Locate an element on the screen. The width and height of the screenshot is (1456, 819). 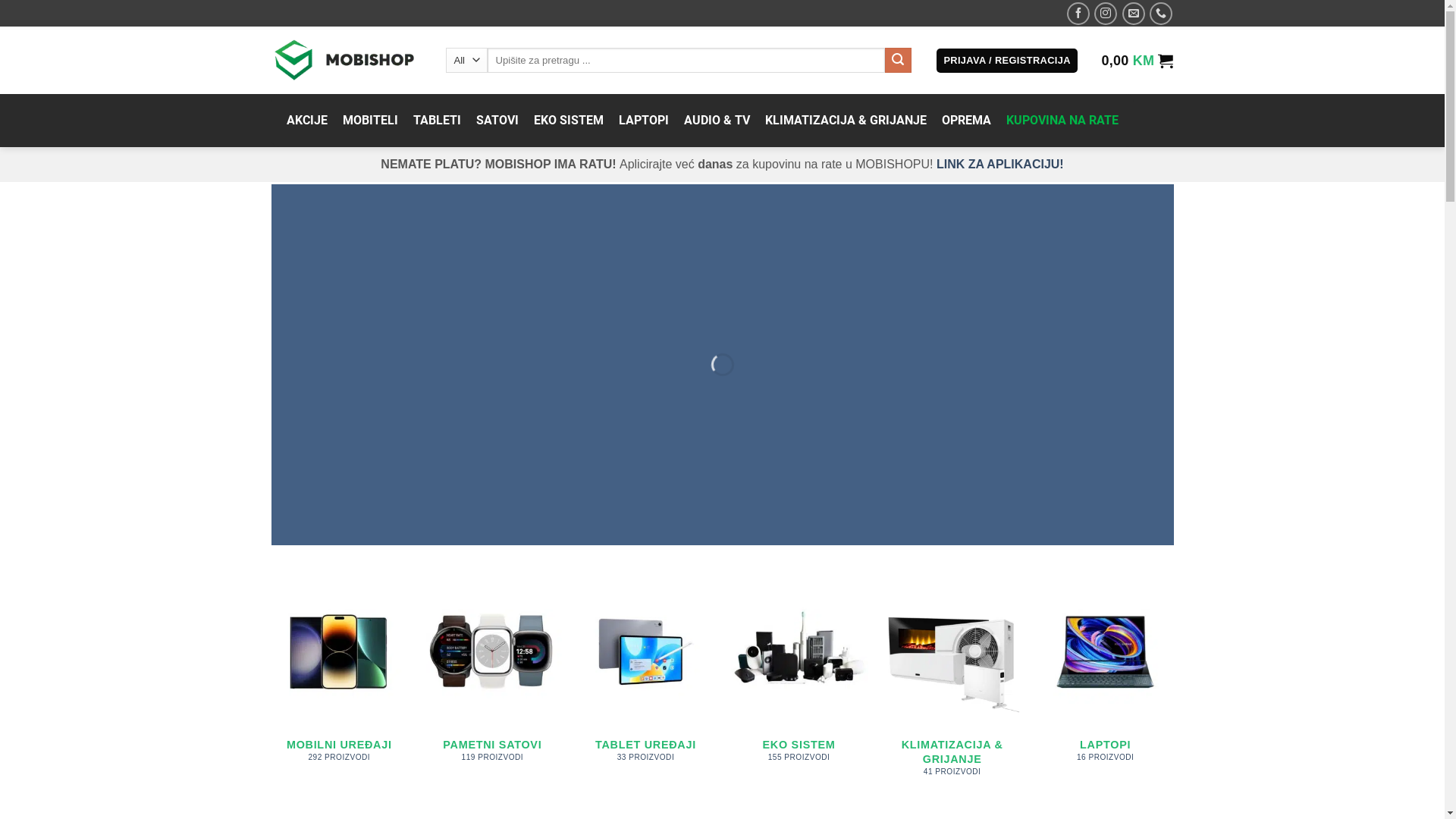
'Call us' is located at coordinates (1160, 12).